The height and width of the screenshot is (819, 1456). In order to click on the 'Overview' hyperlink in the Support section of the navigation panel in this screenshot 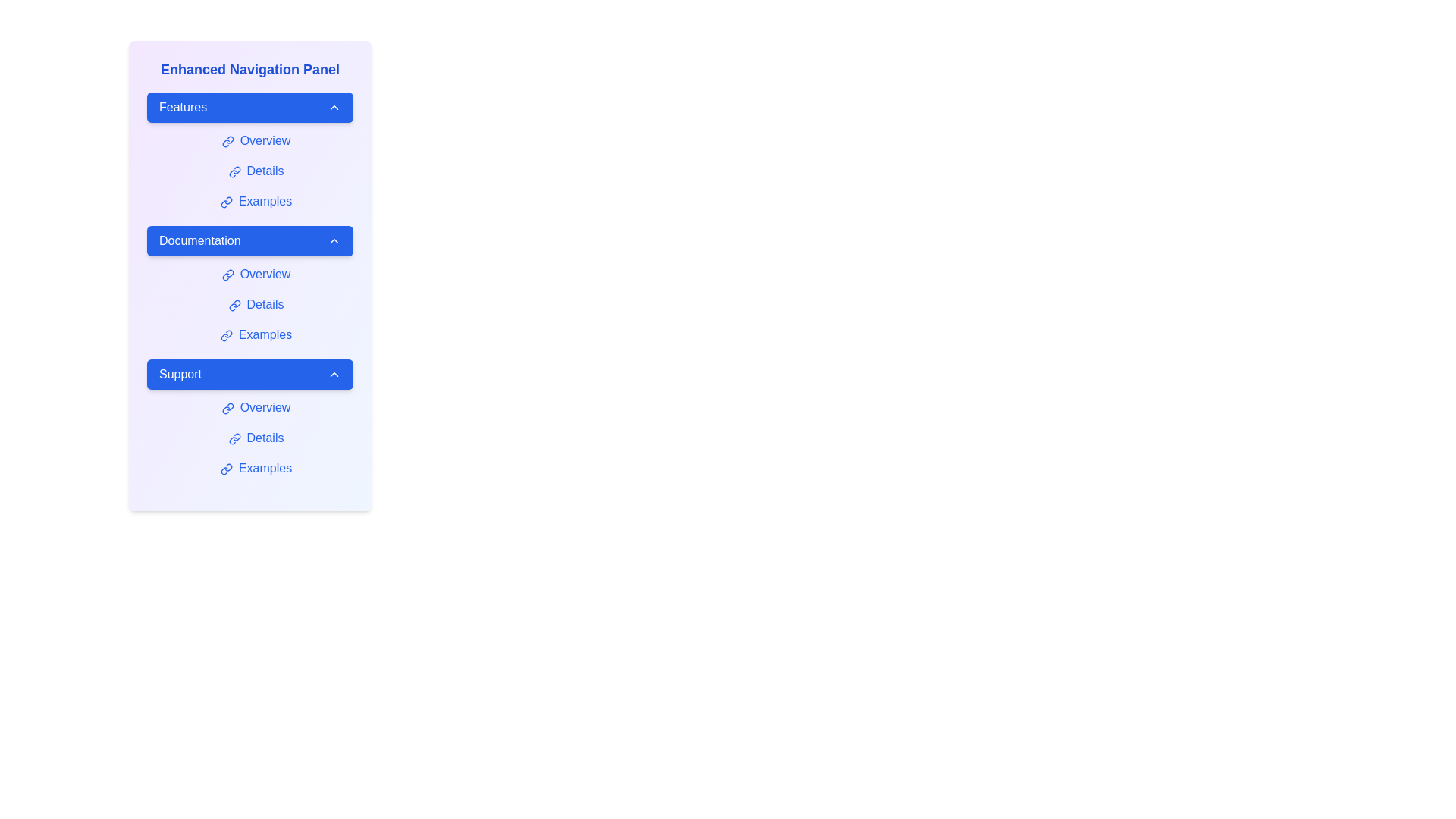, I will do `click(256, 406)`.